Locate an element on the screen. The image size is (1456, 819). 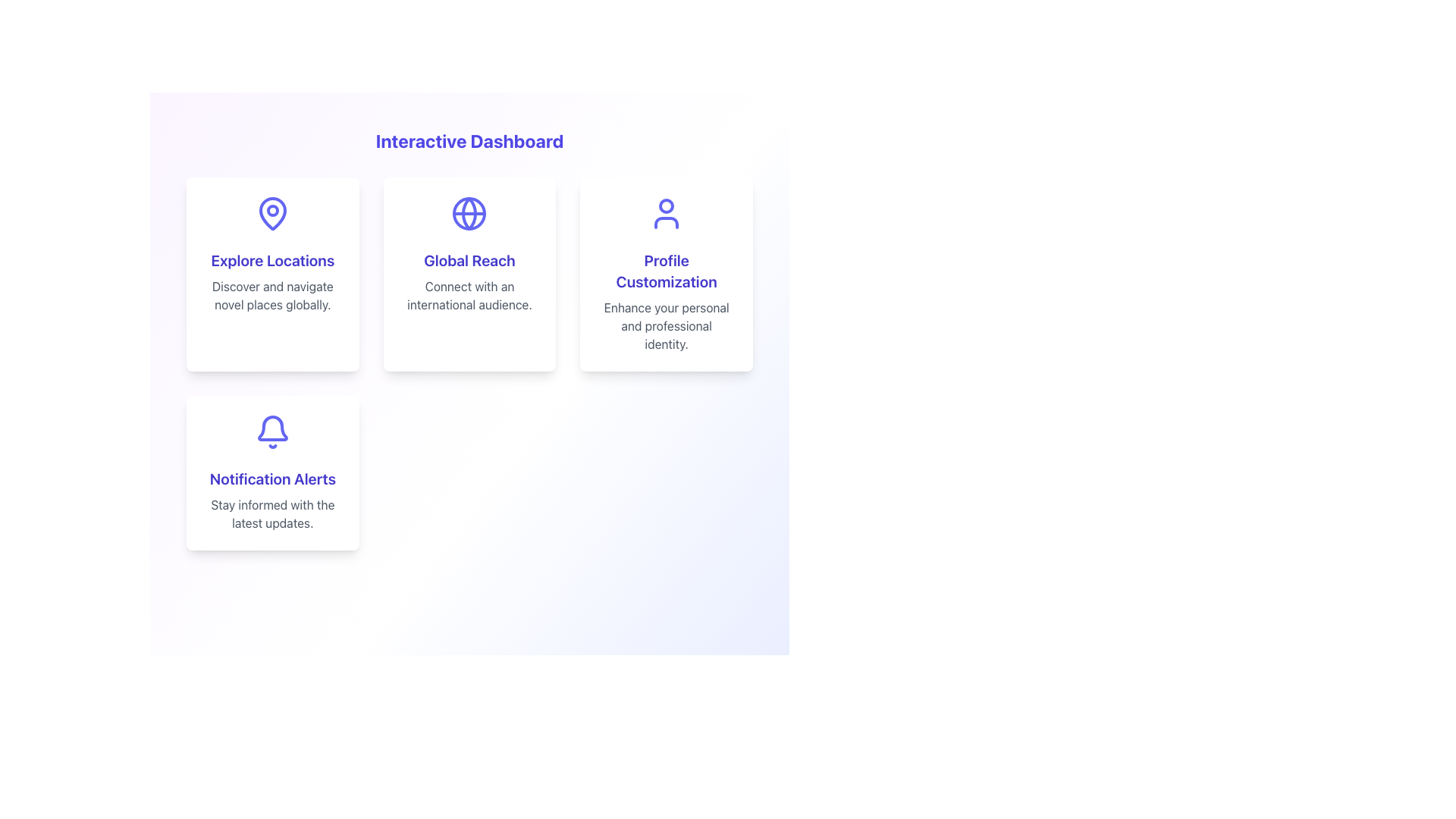
static text element that displays 'Discover and navigate novel places globally.' It is located in a card below the heading 'Explore Locations.' is located at coordinates (272, 295).